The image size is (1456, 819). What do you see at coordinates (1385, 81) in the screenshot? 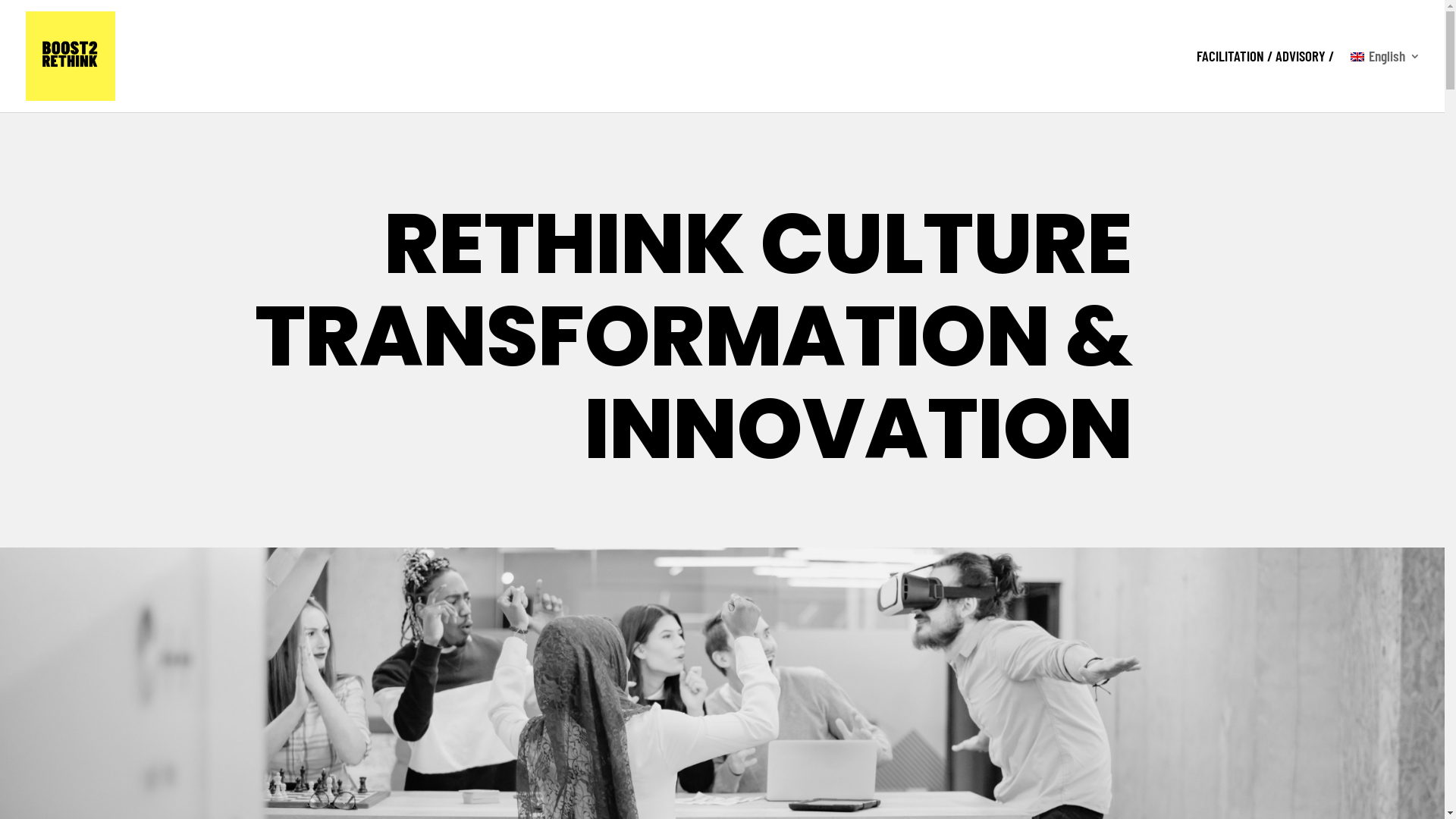
I see `'English'` at bounding box center [1385, 81].